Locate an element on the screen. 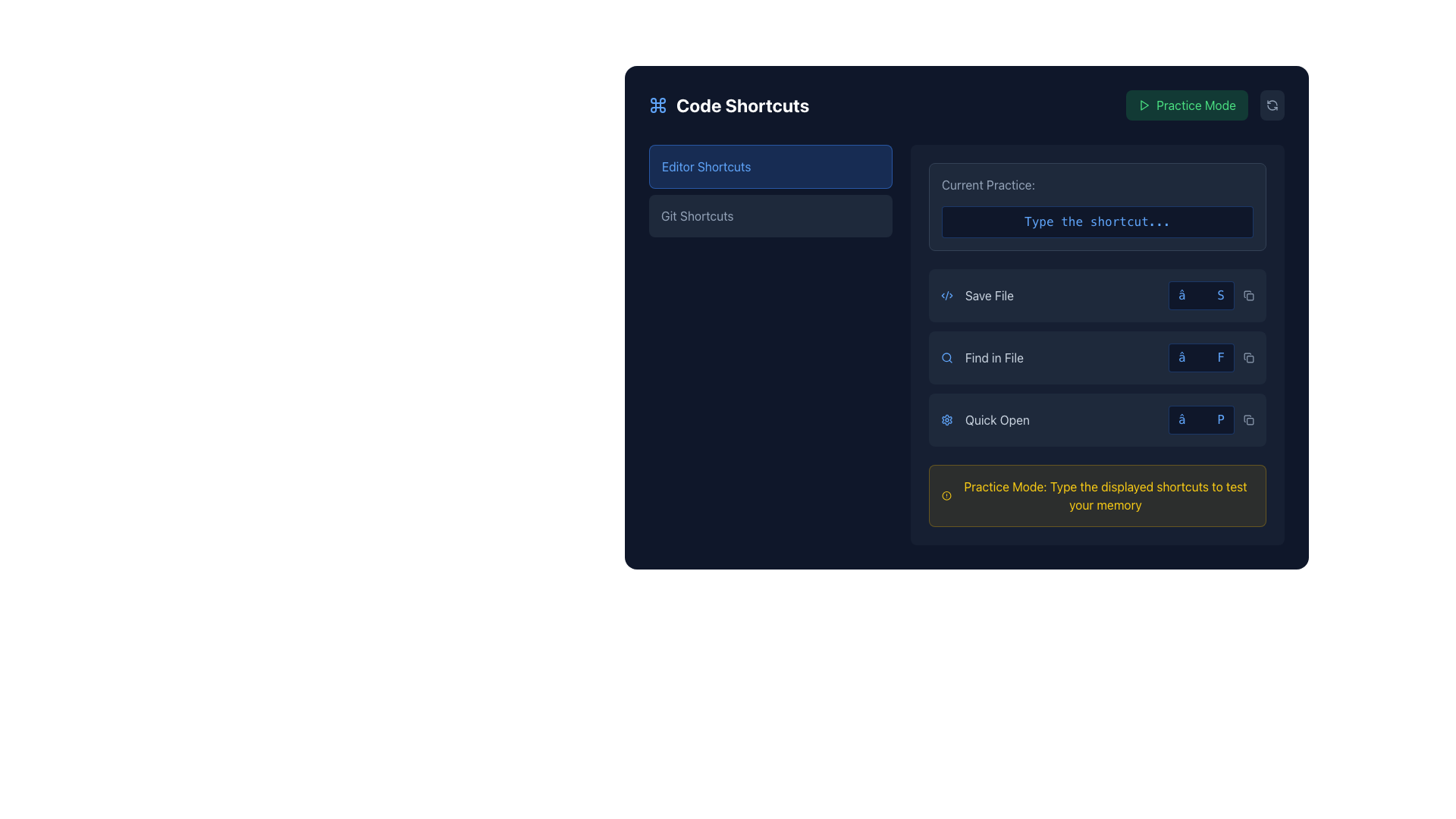 Image resolution: width=1456 pixels, height=819 pixels. the interactive button labeled 'Practice Mode' with a green play icon for navigation purposes is located at coordinates (1186, 104).